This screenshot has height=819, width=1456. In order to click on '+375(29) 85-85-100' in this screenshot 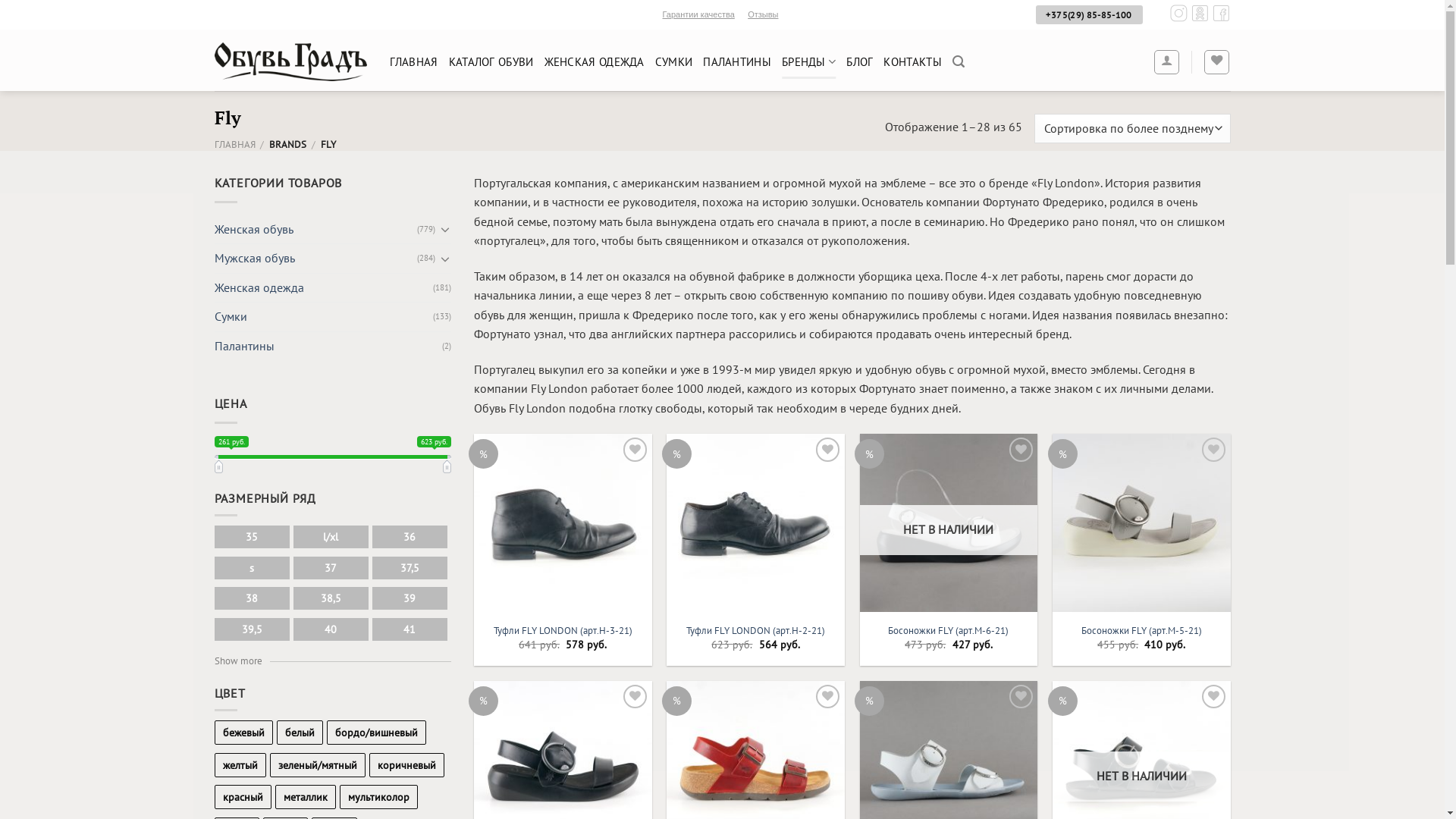, I will do `click(1033, 14)`.